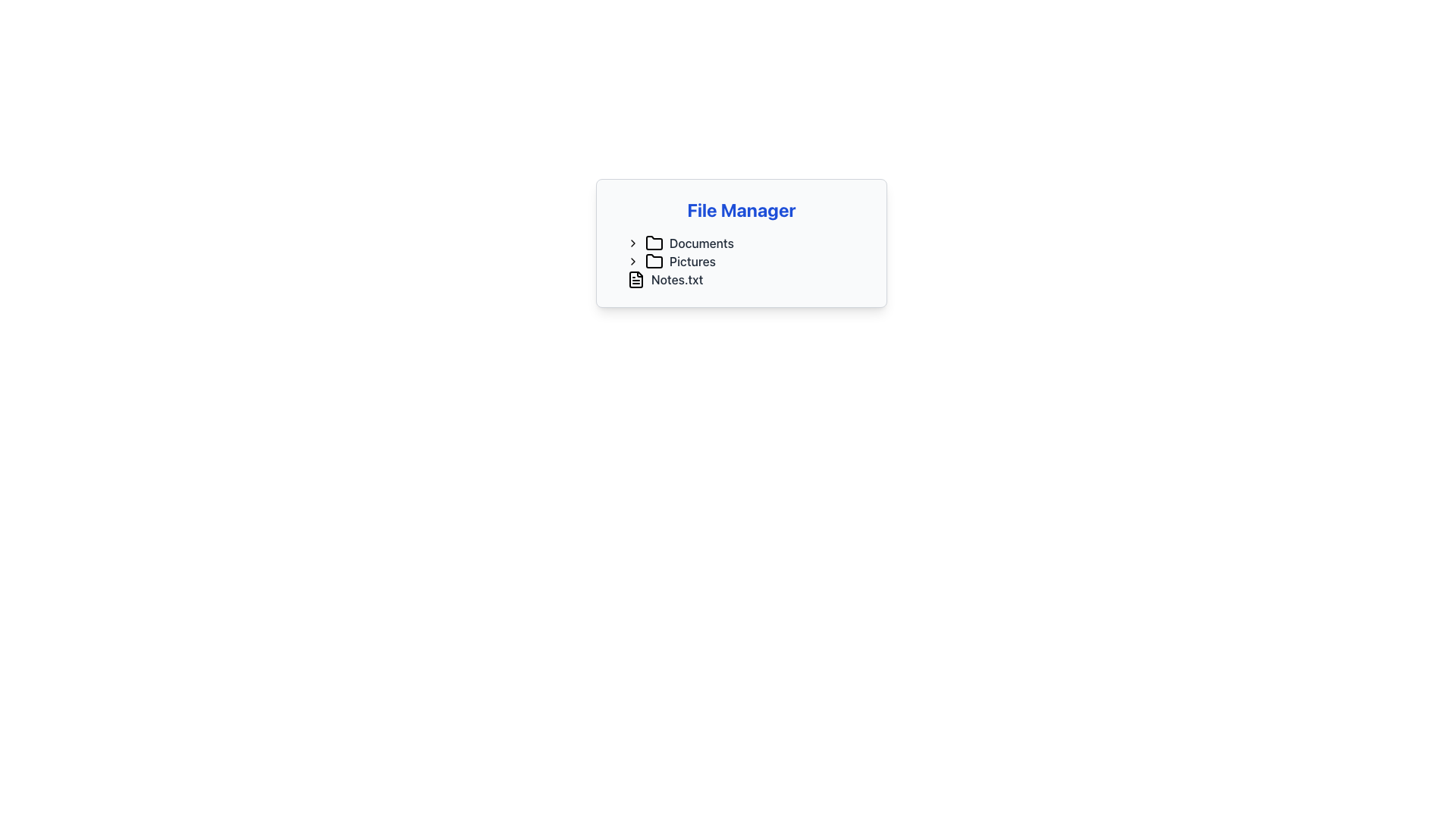 Image resolution: width=1456 pixels, height=819 pixels. I want to click on the right-pointing chevron icon adjacent to the 'Documents' folder in the 'File Manager', so click(633, 242).